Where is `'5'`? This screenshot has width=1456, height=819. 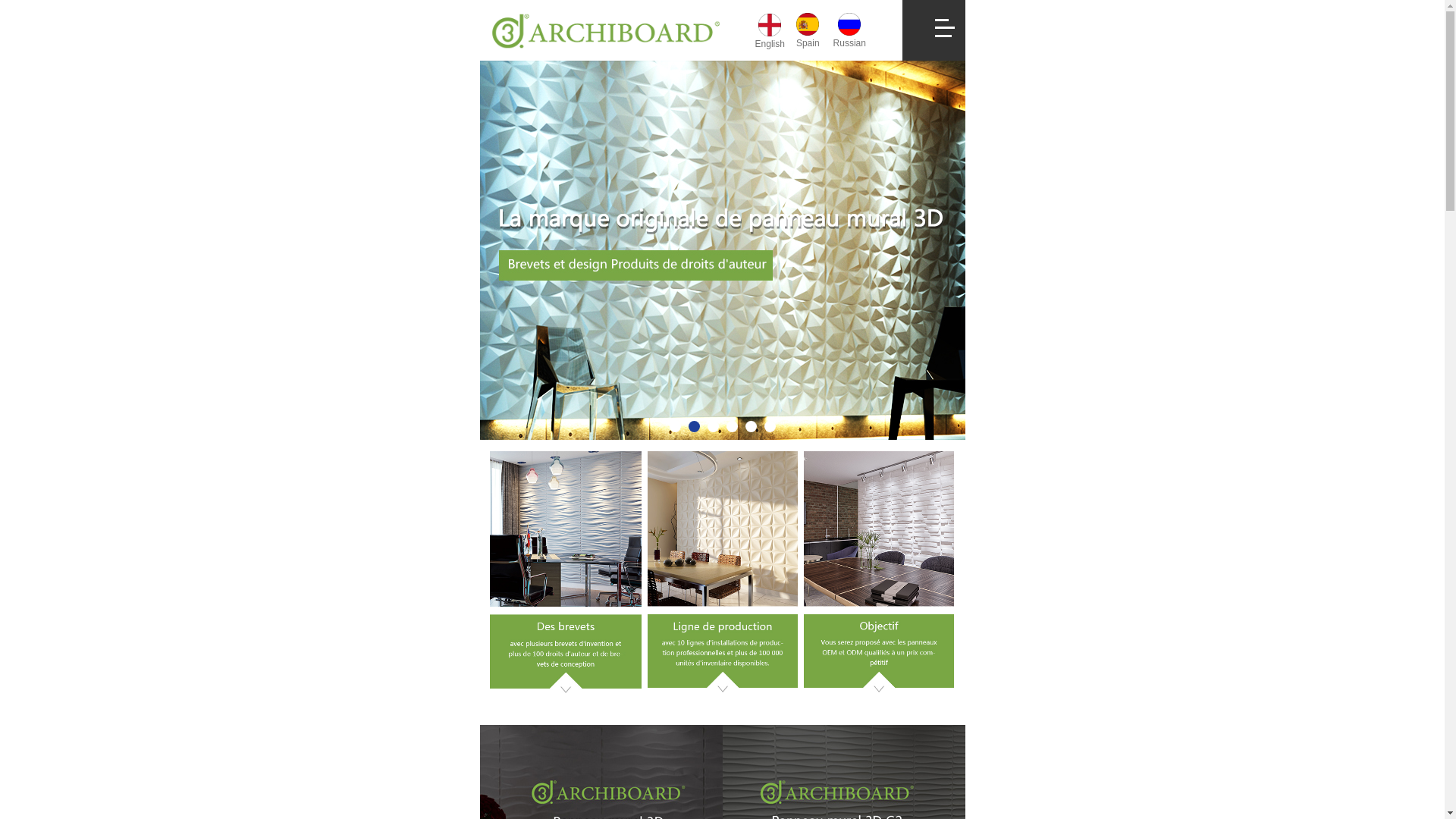 '5' is located at coordinates (745, 426).